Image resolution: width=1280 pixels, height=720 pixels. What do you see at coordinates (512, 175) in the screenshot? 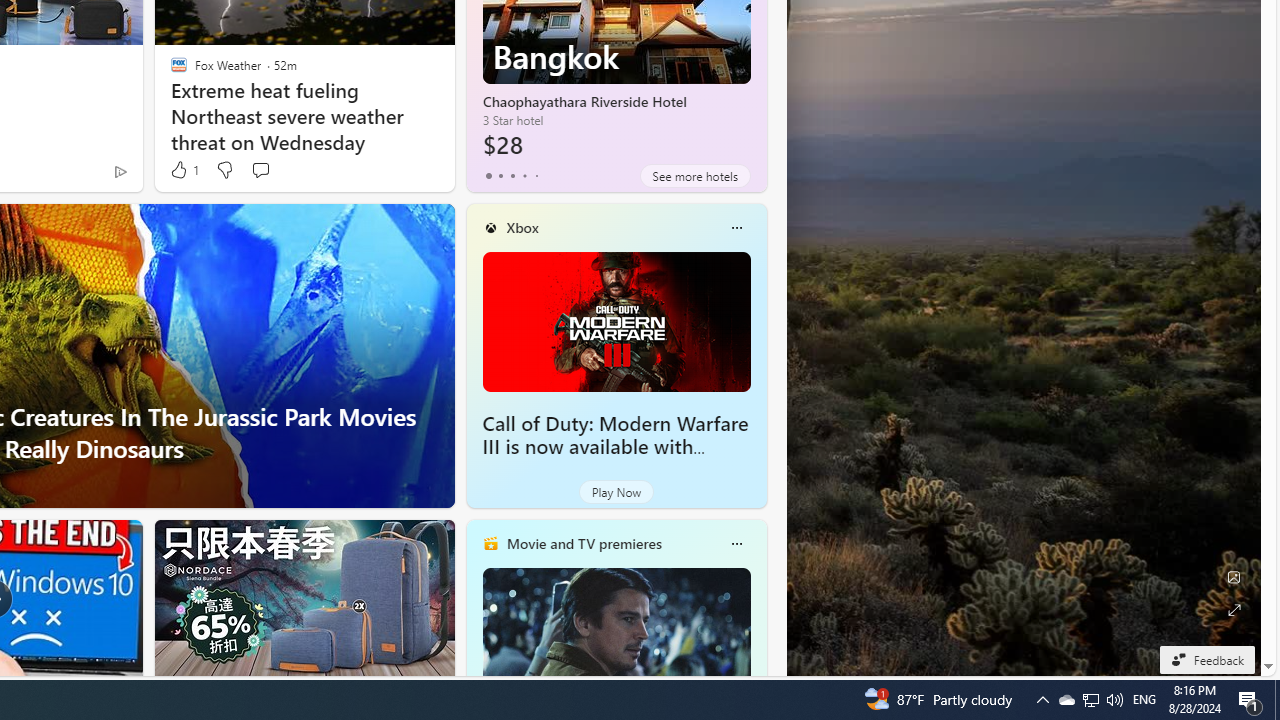
I see `'tab-2'` at bounding box center [512, 175].